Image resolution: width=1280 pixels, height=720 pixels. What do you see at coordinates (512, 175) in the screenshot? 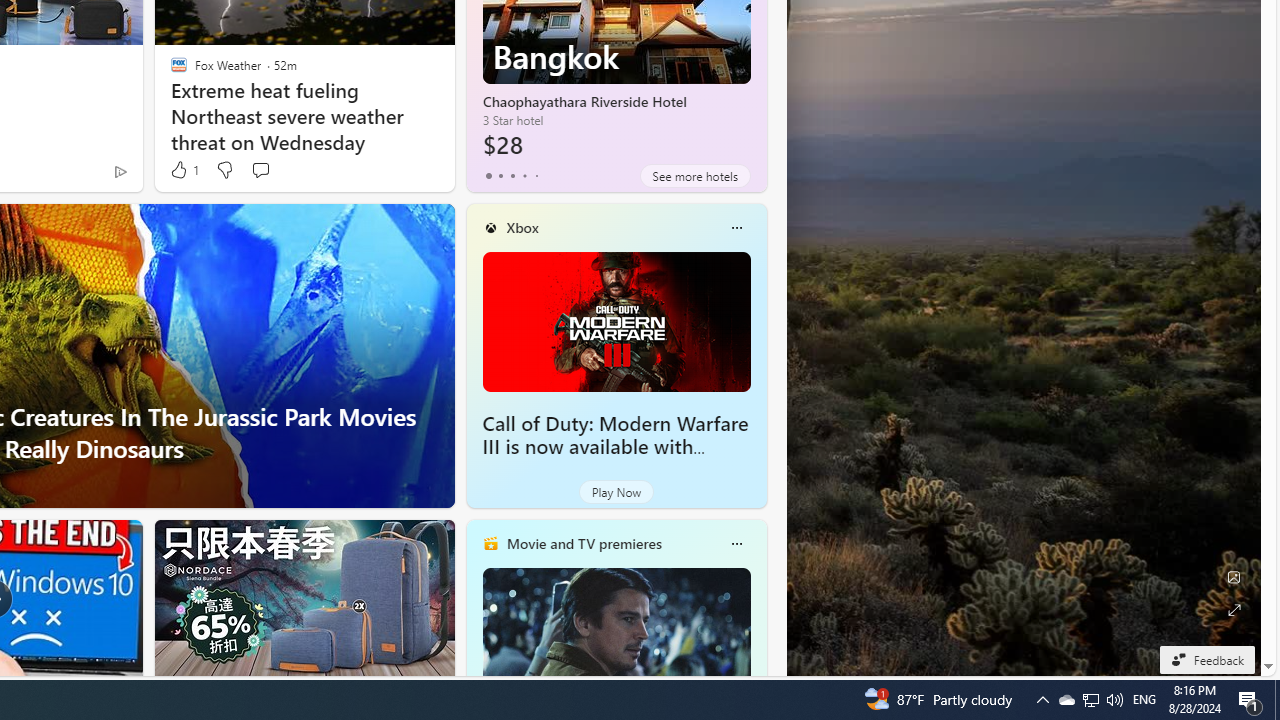
I see `'tab-2'` at bounding box center [512, 175].